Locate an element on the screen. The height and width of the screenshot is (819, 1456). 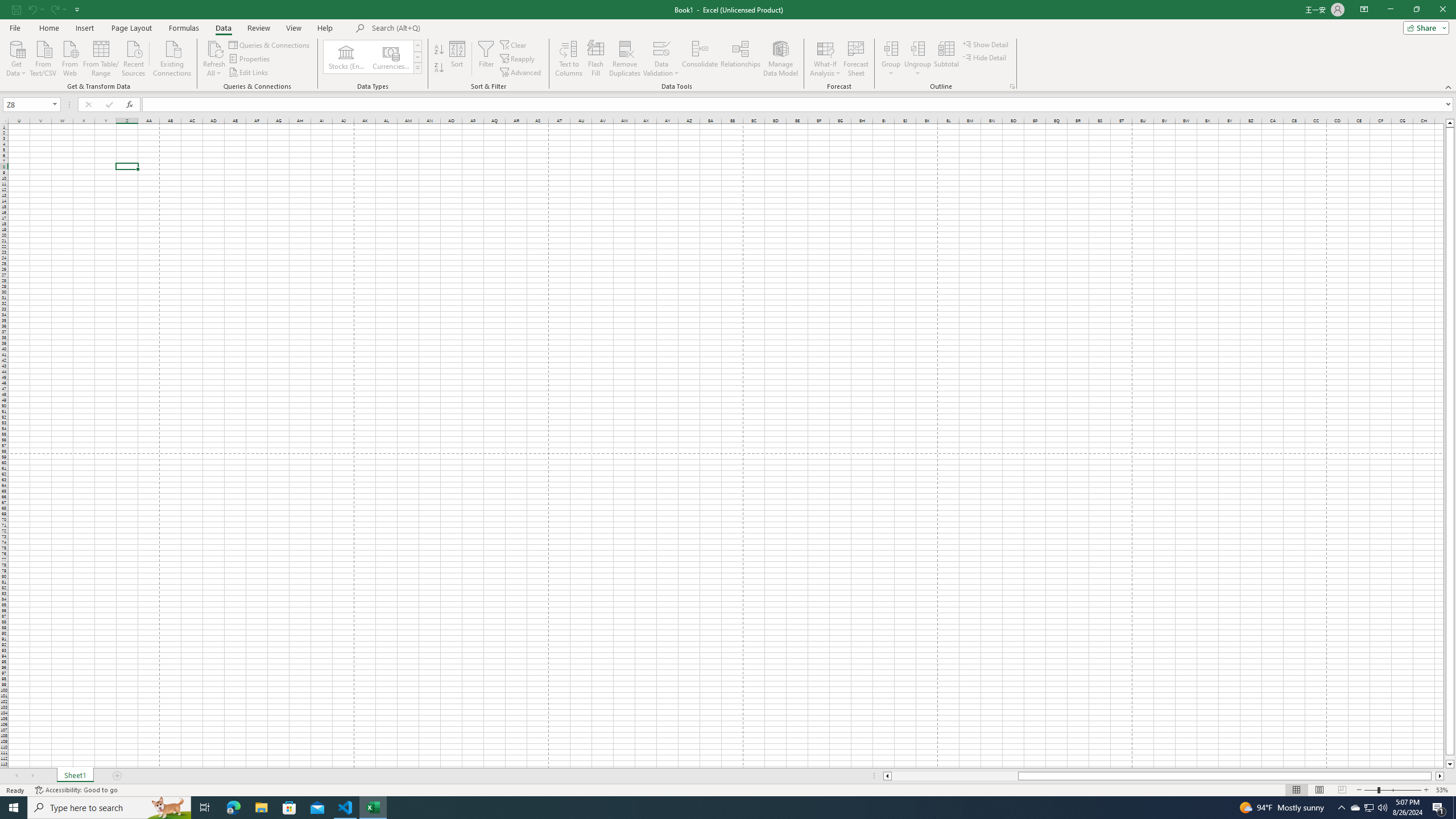
'From Table/Range' is located at coordinates (100, 57).